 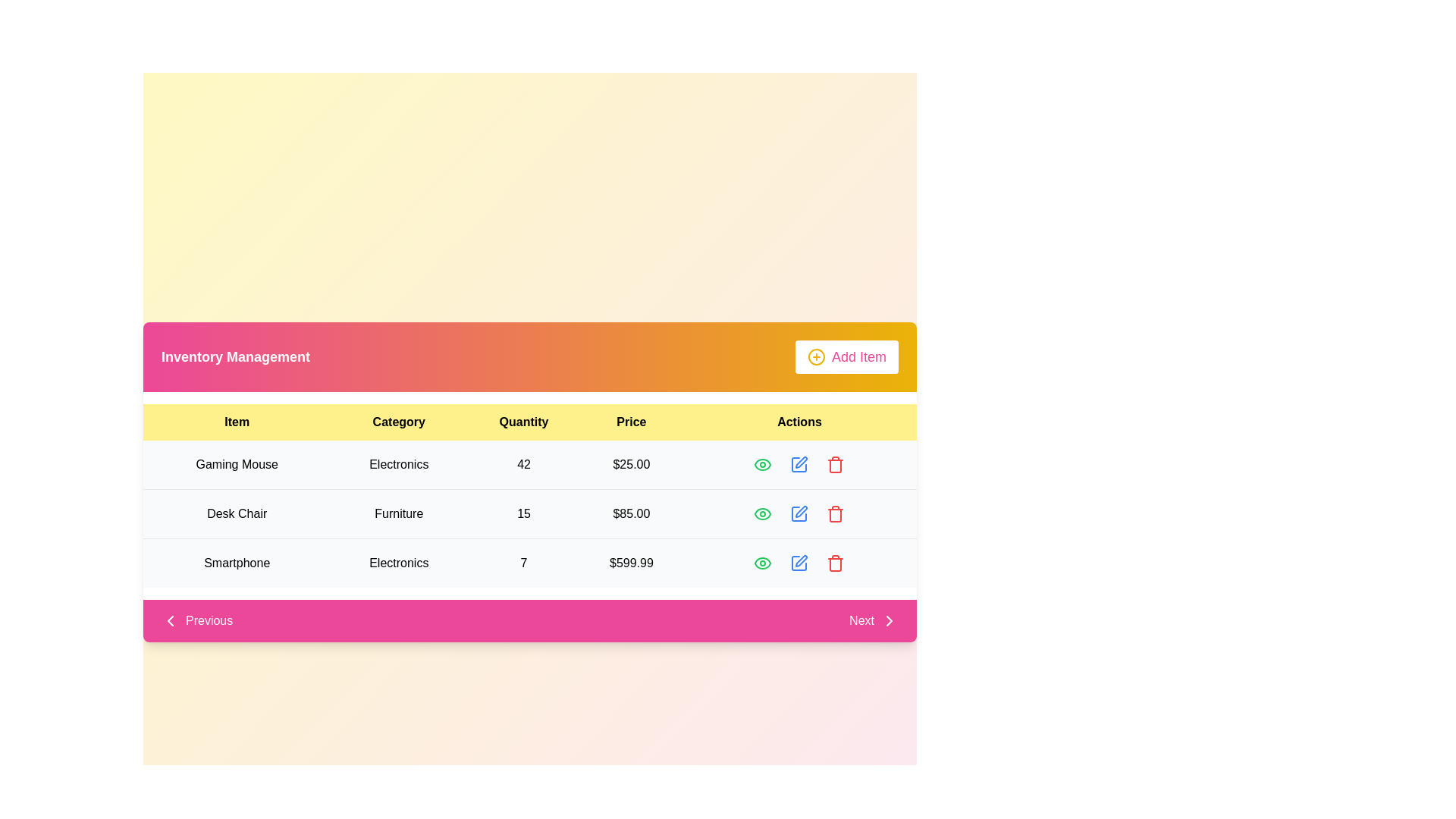 What do you see at coordinates (799, 464) in the screenshot?
I see `the blue pen icon in the Action Button Group for the 'Gaming Mouse' item` at bounding box center [799, 464].